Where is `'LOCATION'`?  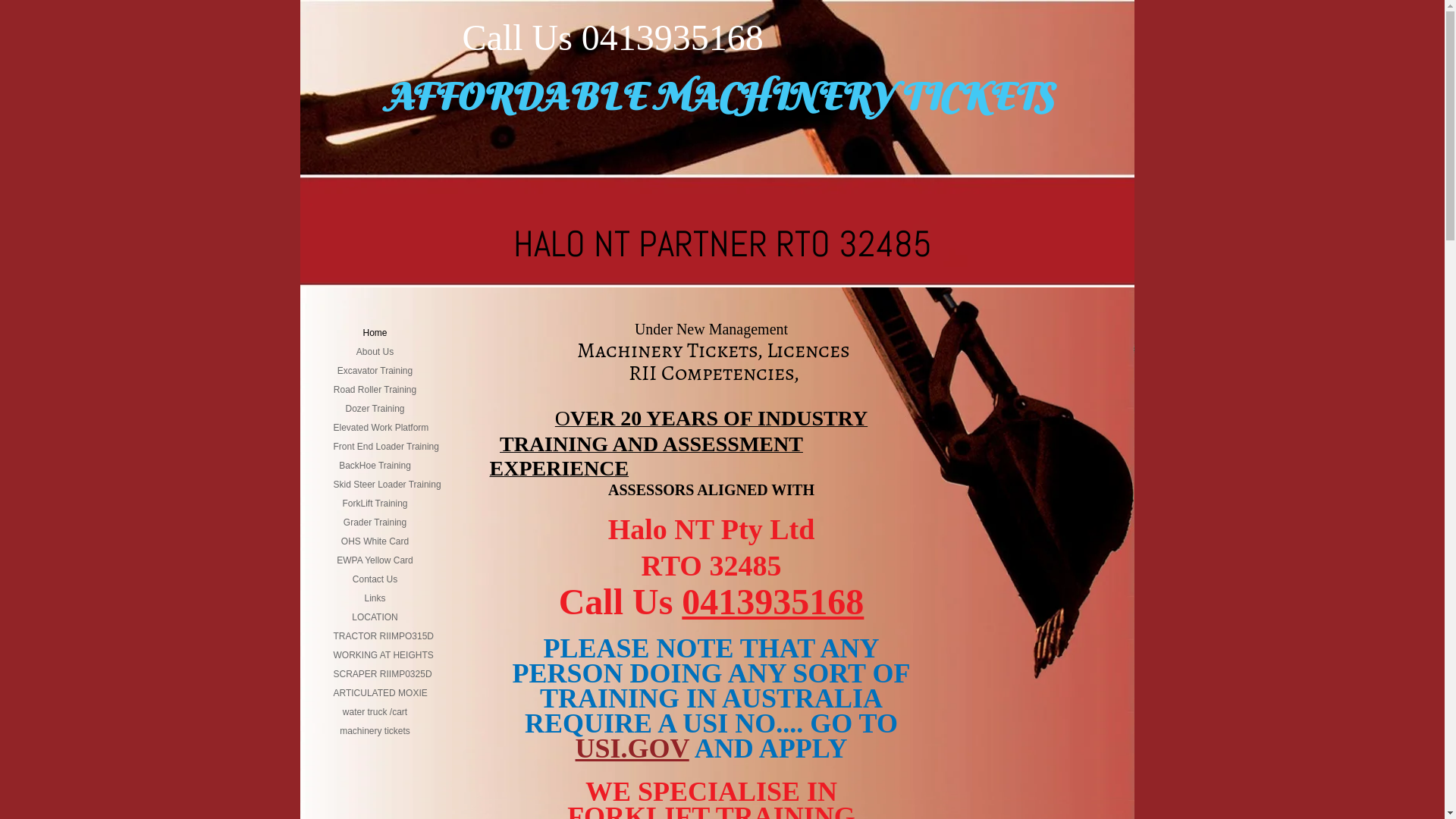
'LOCATION' is located at coordinates (344, 617).